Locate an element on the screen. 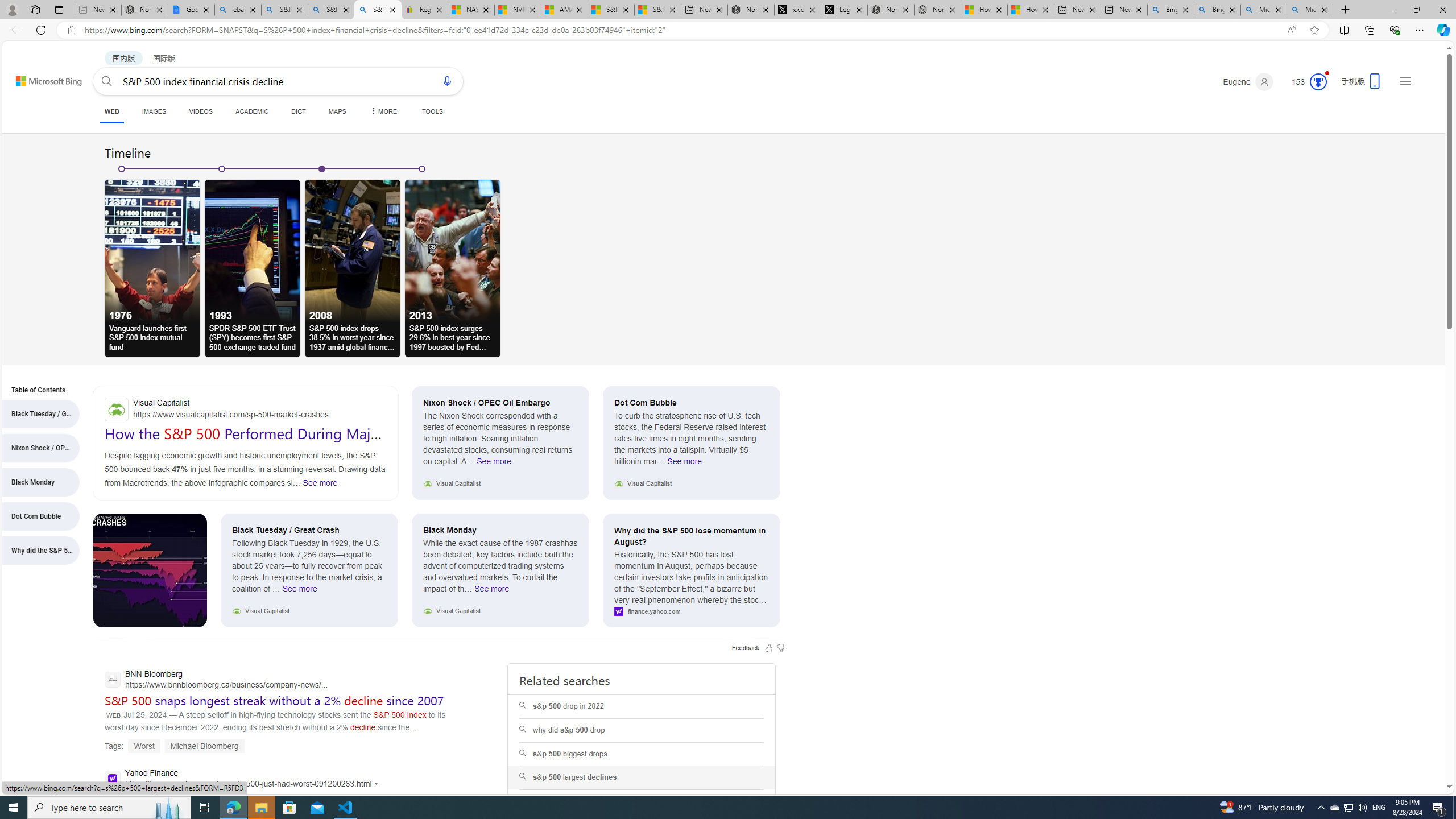 This screenshot has width=1456, height=819. 'ACADEMIC' is located at coordinates (253, 111).